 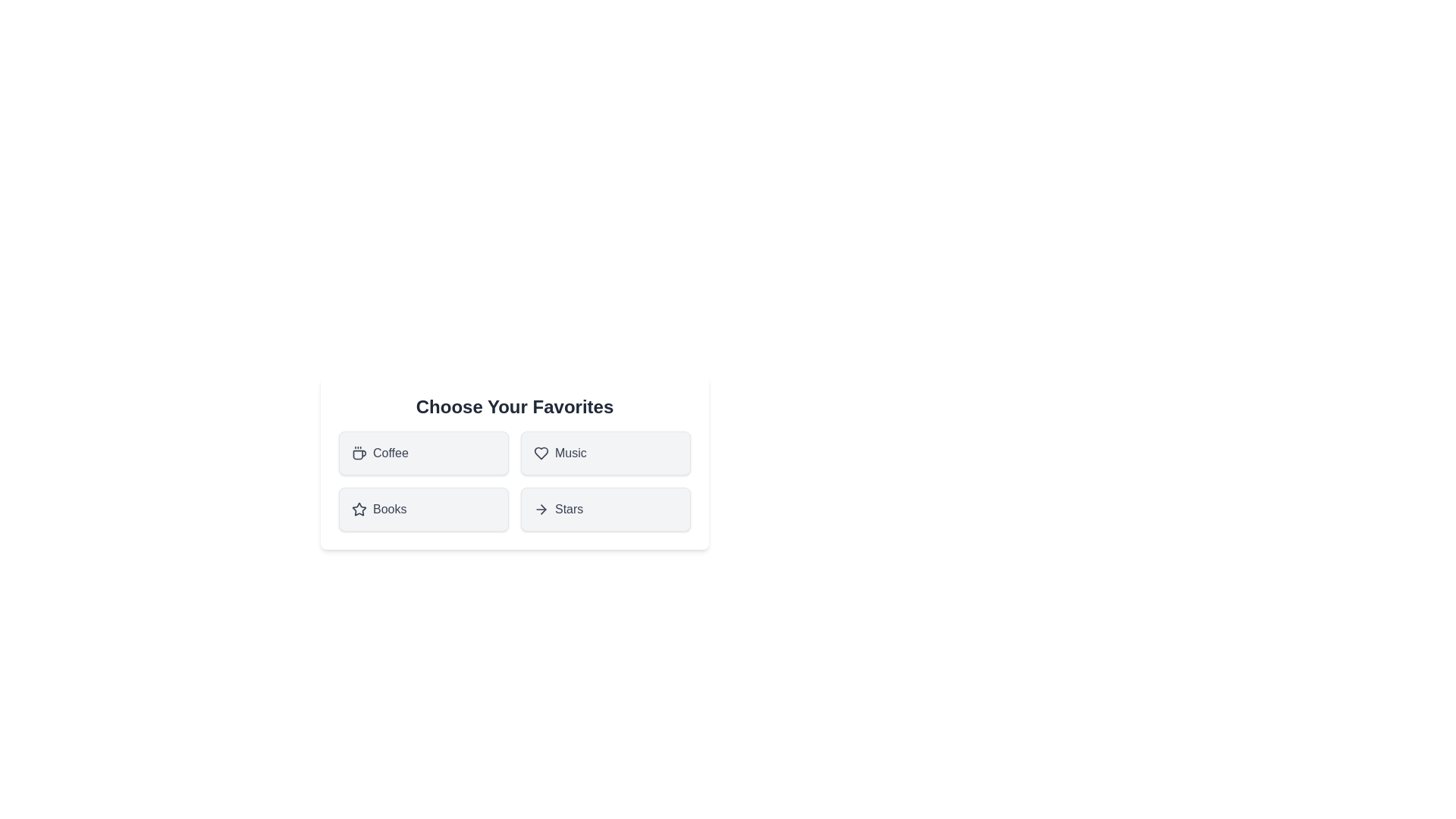 What do you see at coordinates (514, 406) in the screenshot?
I see `the text label that says 'Choose Your Favorites', which is styled with a bold and large dark gray font, positioned above a grid of selectable options` at bounding box center [514, 406].